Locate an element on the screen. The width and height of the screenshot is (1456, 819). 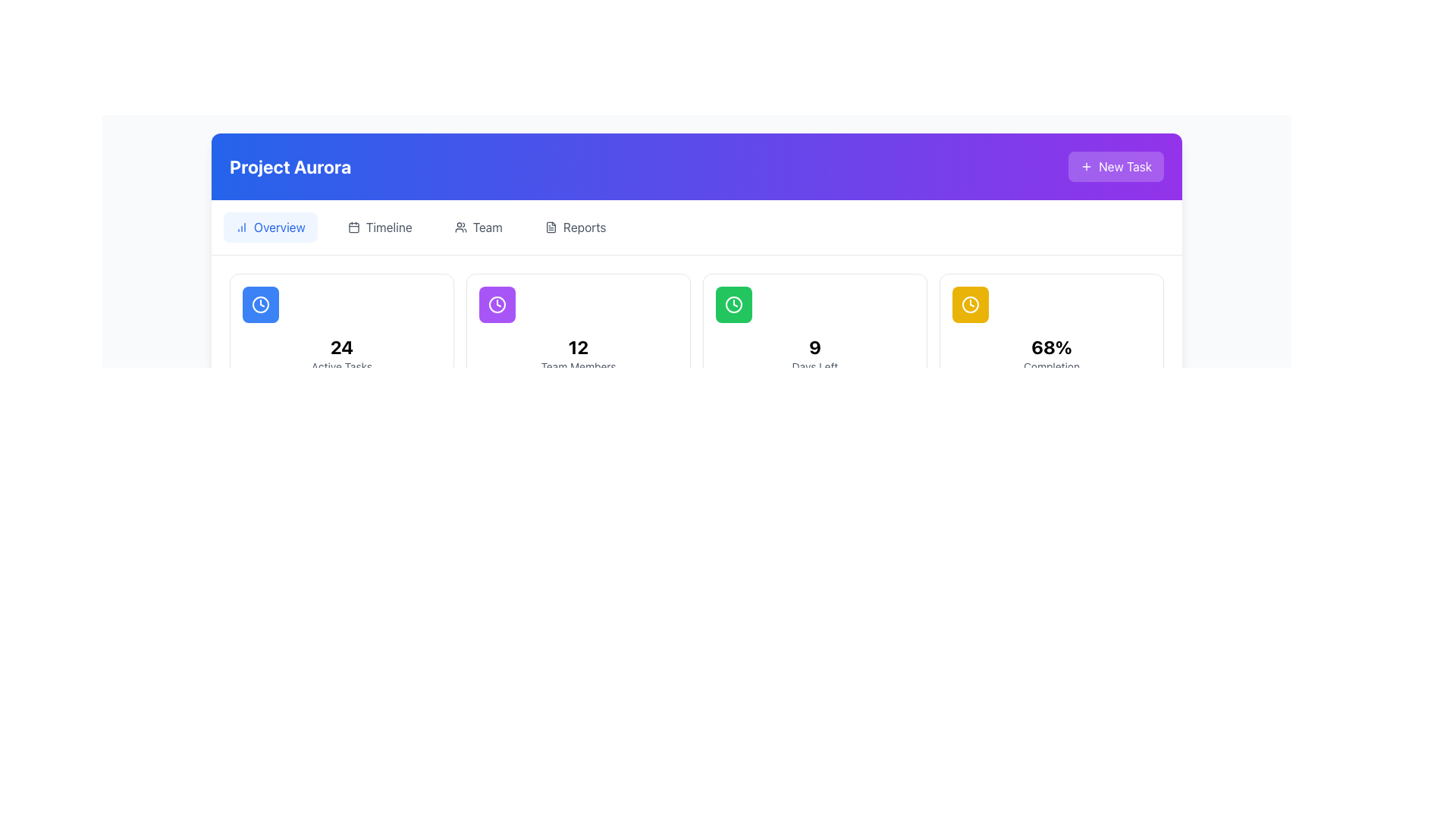
the circular blue icon with a white clock symbol inside, which represents time or activity, located at the top-left corner of the '24 Active Tasks' card is located at coordinates (261, 304).